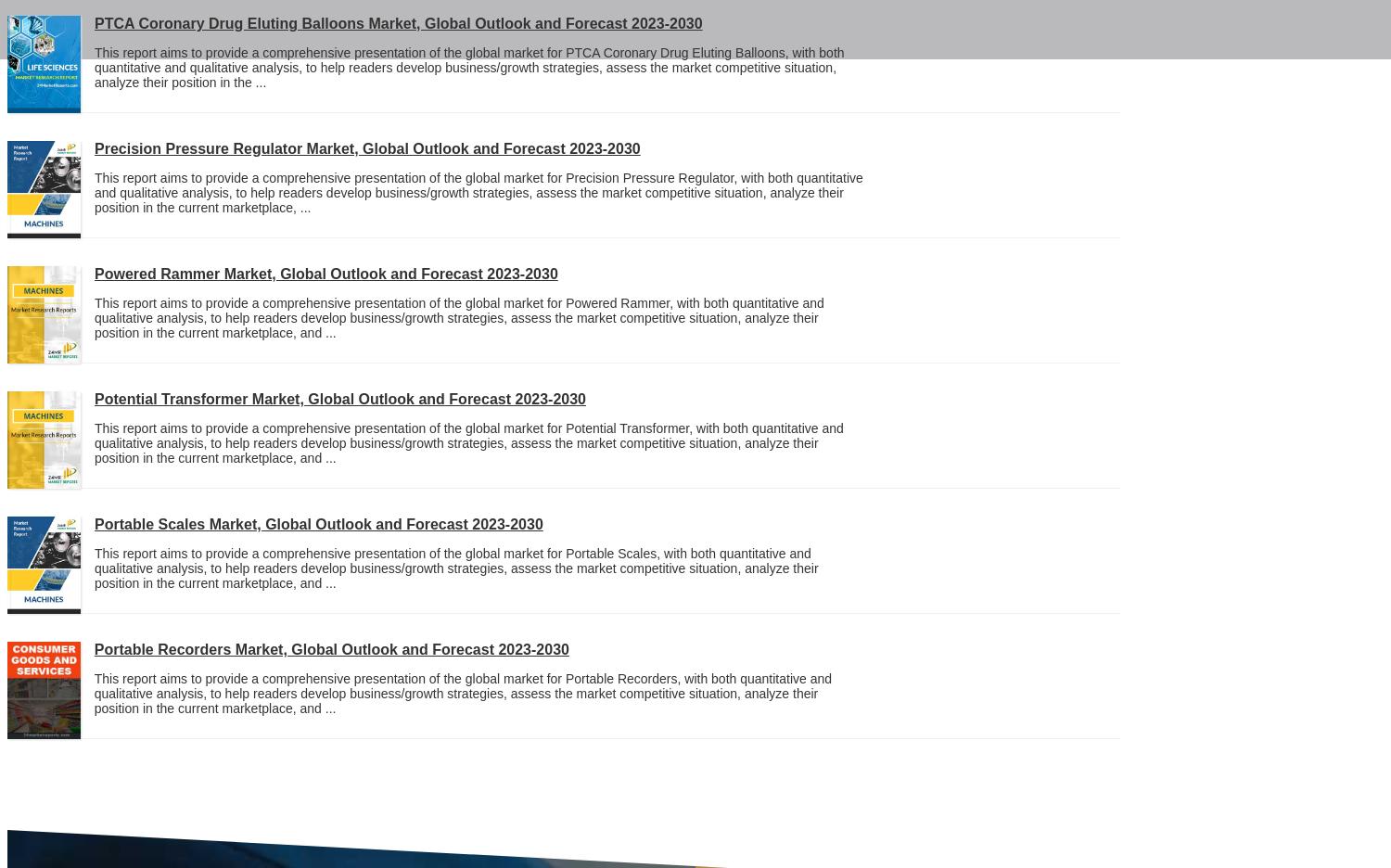 This screenshot has width=1391, height=868. What do you see at coordinates (330, 649) in the screenshot?
I see `'Portable Recorders Market, Global Outlook and Forecast 2023-2030'` at bounding box center [330, 649].